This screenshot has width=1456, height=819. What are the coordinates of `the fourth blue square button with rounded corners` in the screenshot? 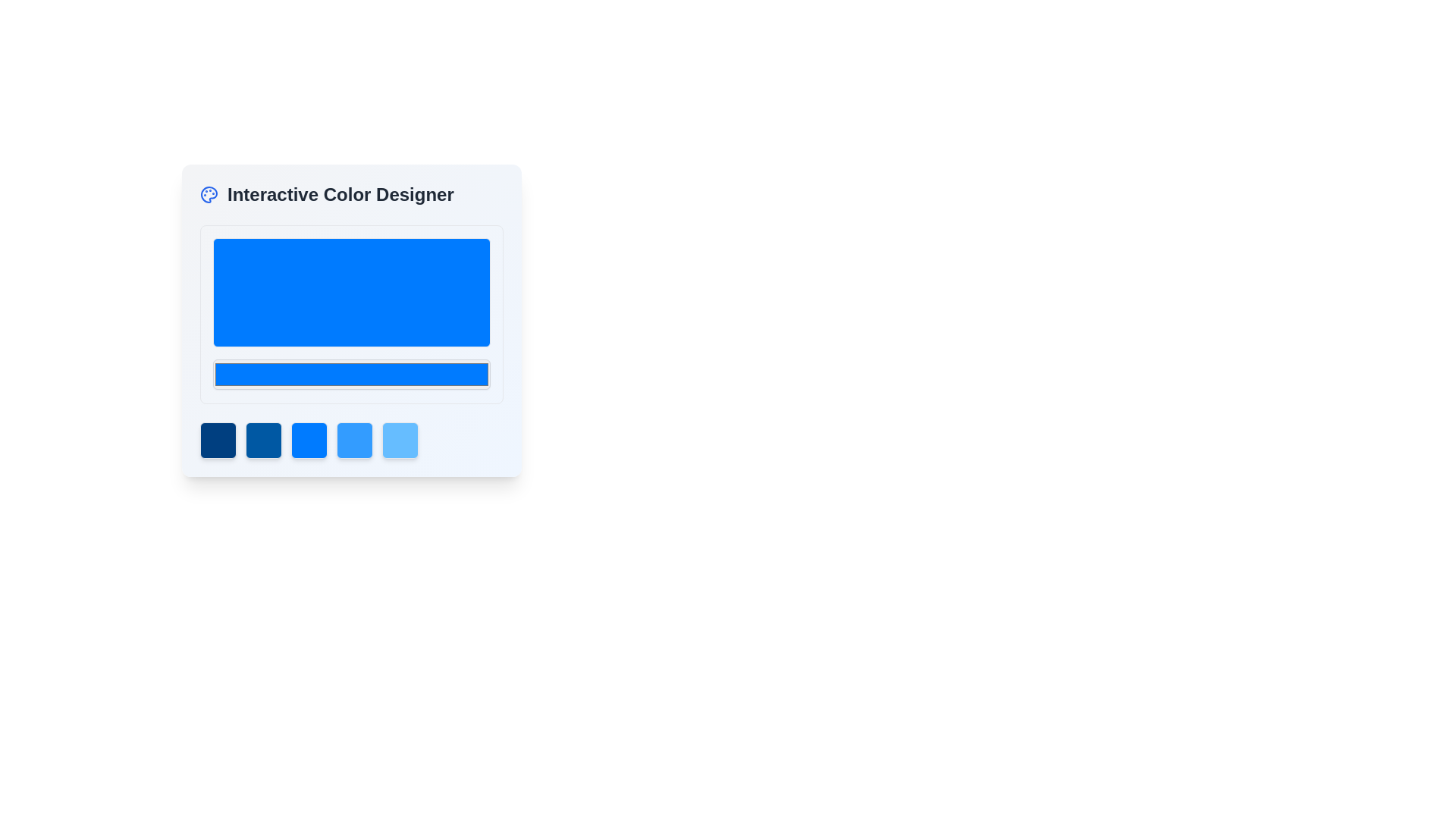 It's located at (353, 441).